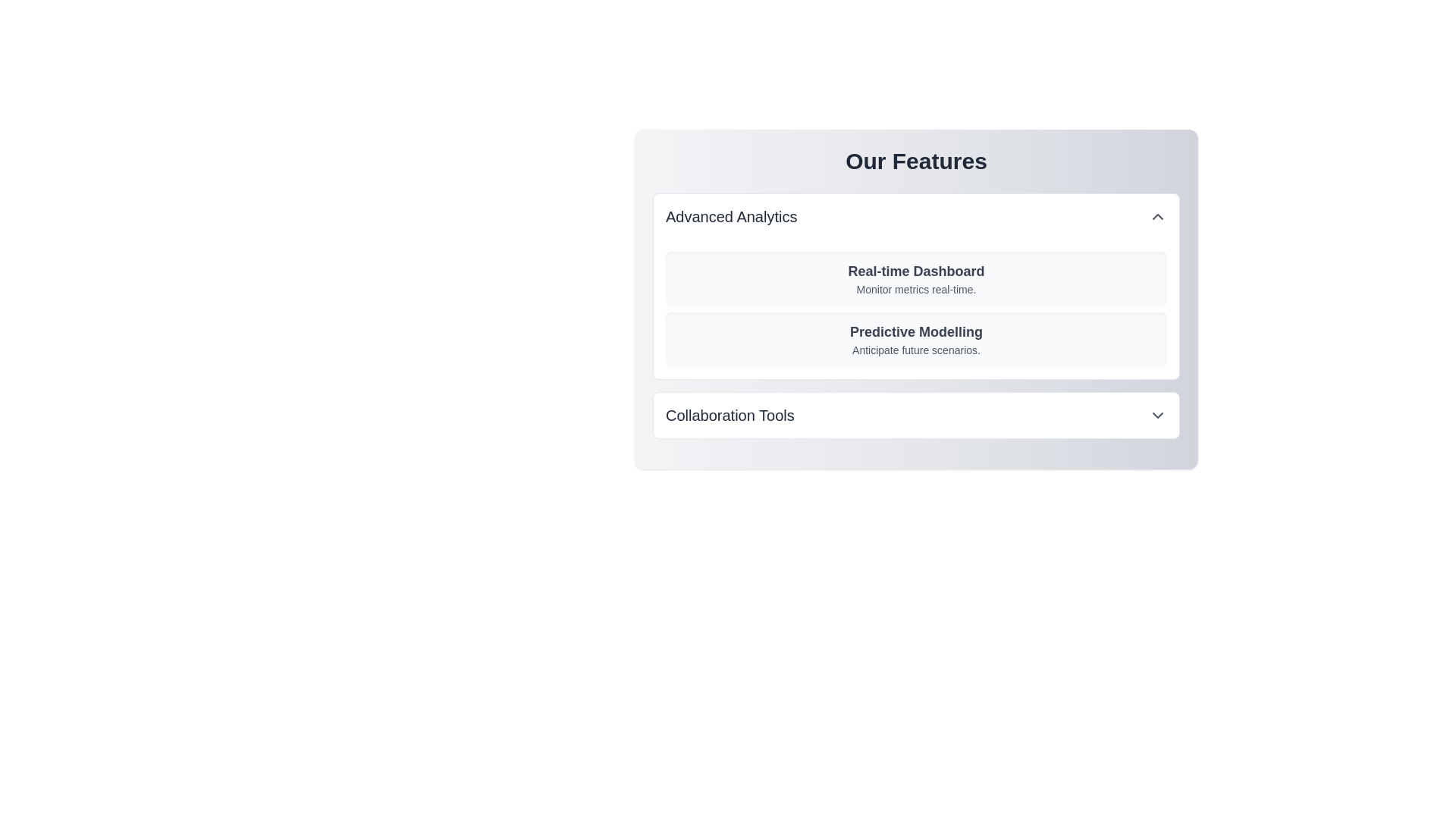 This screenshot has height=819, width=1456. Describe the element at coordinates (915, 289) in the screenshot. I see `static text element that reads 'Monitor metrics real-time.', located below the bold title 'Real-time Dashboard' within the 'Advanced Analytics' section for accessibility purposes` at that location.